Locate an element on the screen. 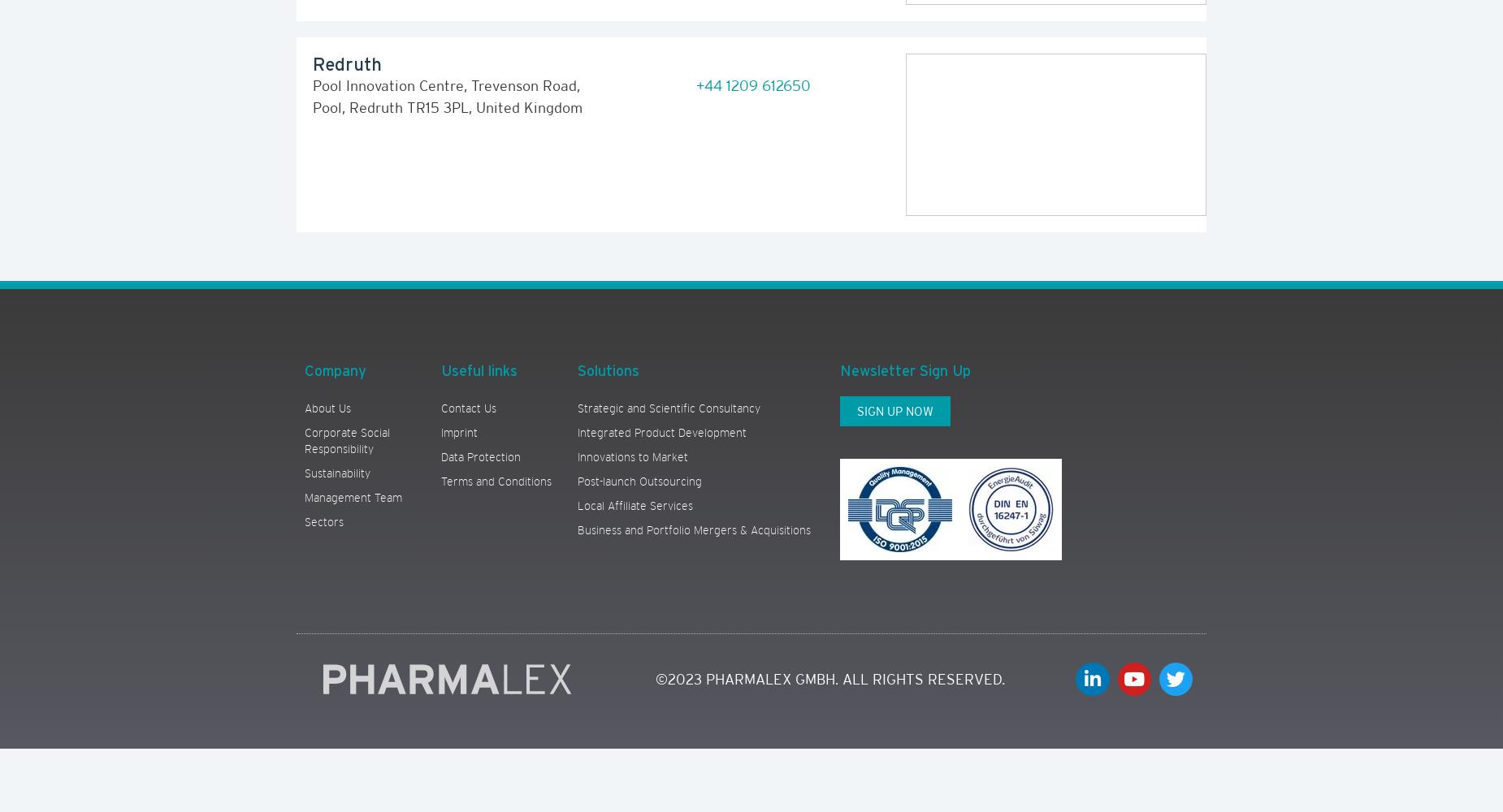 The width and height of the screenshot is (1503, 812). '+44 1209 612650' is located at coordinates (751, 84).